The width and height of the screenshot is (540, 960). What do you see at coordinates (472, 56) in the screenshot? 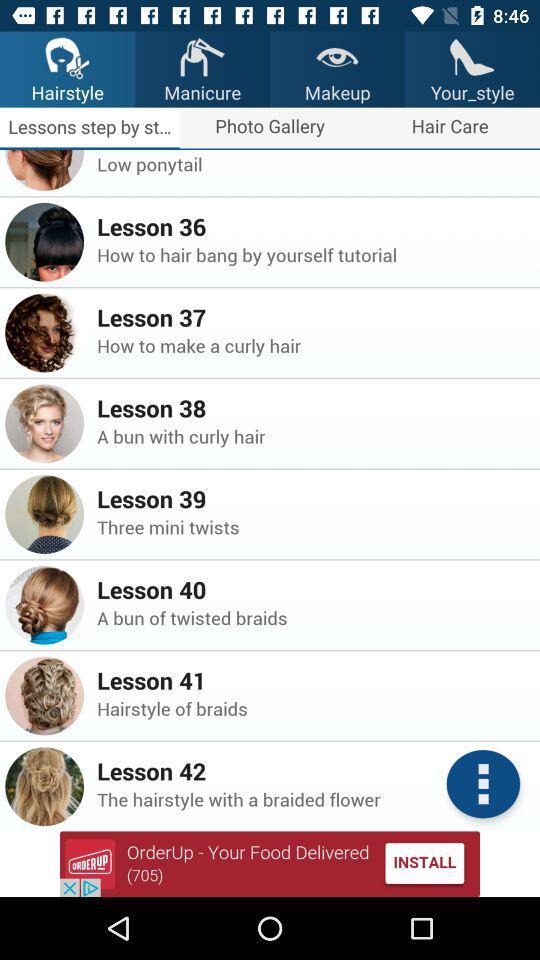
I see `the image above the text yourstyle` at bounding box center [472, 56].